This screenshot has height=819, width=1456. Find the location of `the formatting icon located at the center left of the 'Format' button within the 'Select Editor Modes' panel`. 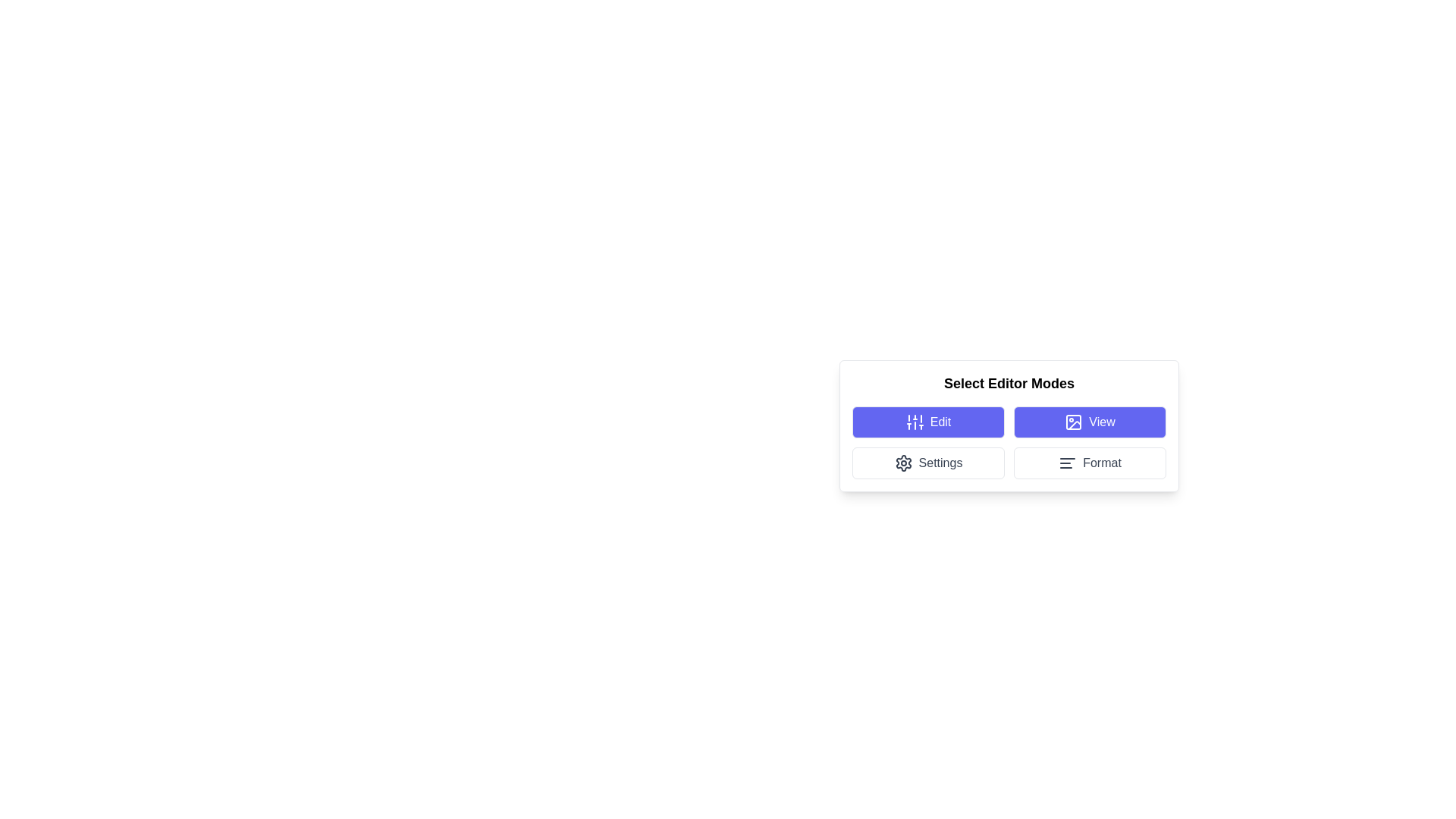

the formatting icon located at the center left of the 'Format' button within the 'Select Editor Modes' panel is located at coordinates (1067, 462).